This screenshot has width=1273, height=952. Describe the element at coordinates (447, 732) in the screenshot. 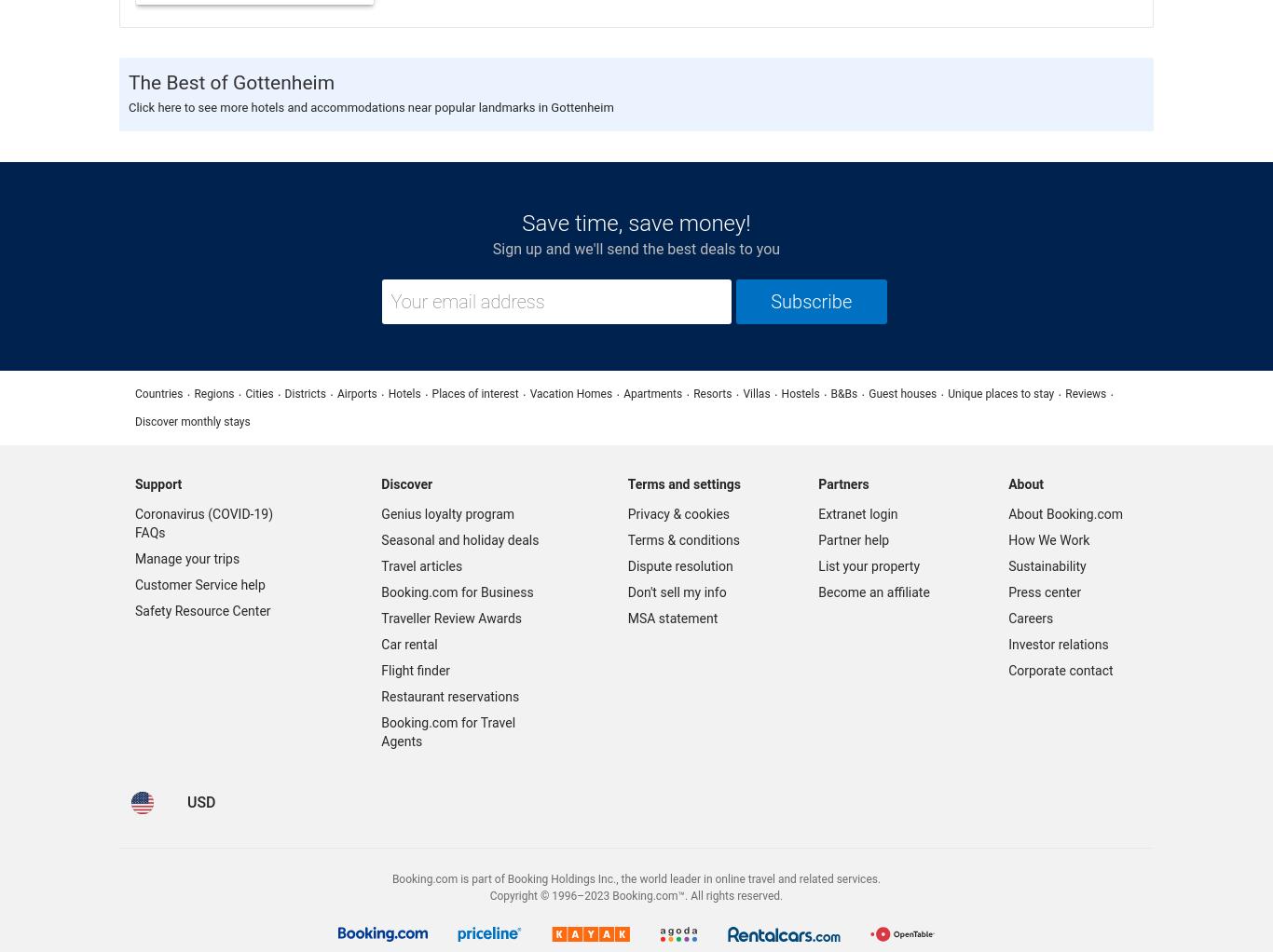

I see `'Booking.com for Travel Agents'` at that location.